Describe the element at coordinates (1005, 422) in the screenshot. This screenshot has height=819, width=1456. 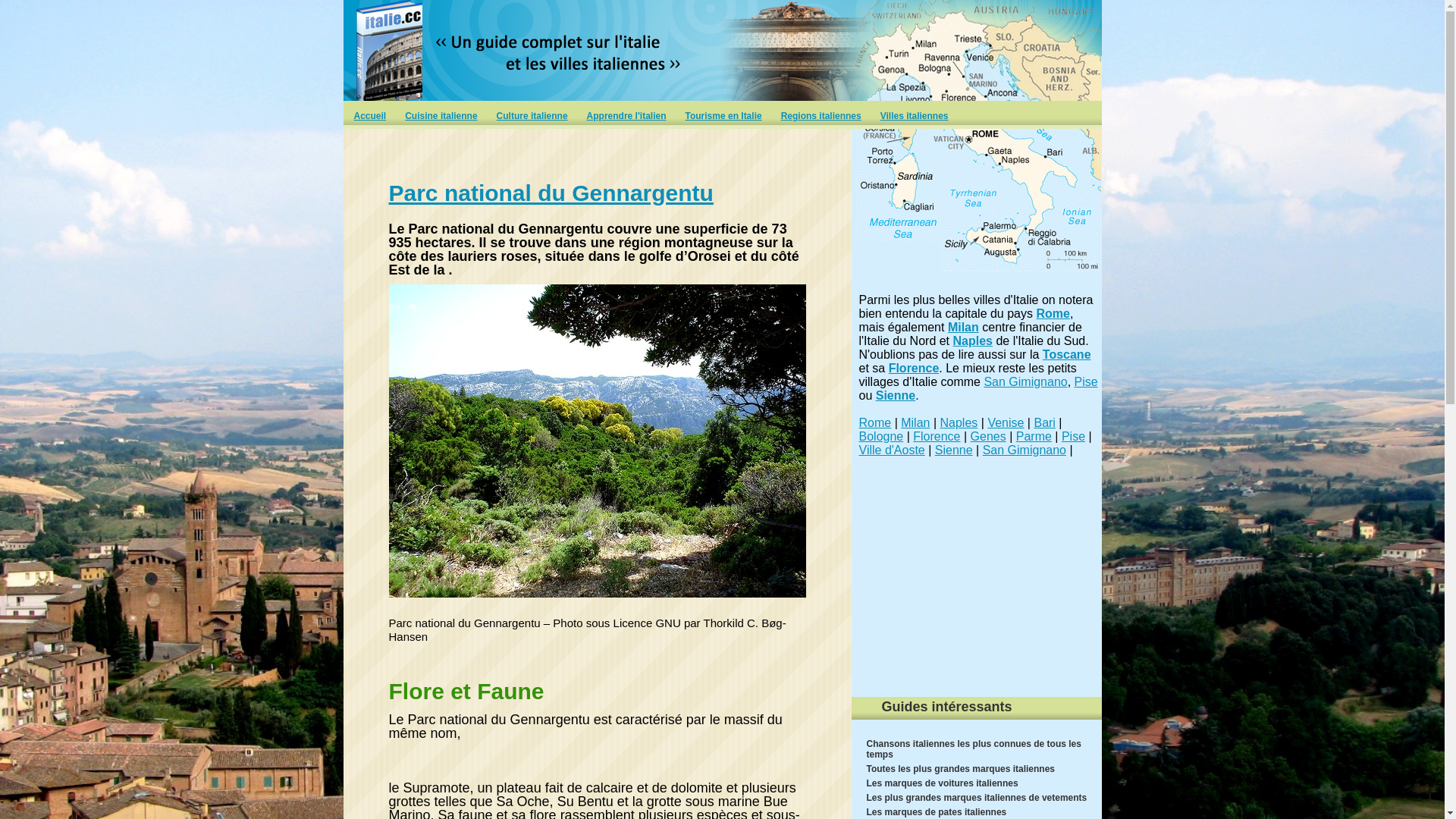
I see `'Venise'` at that location.